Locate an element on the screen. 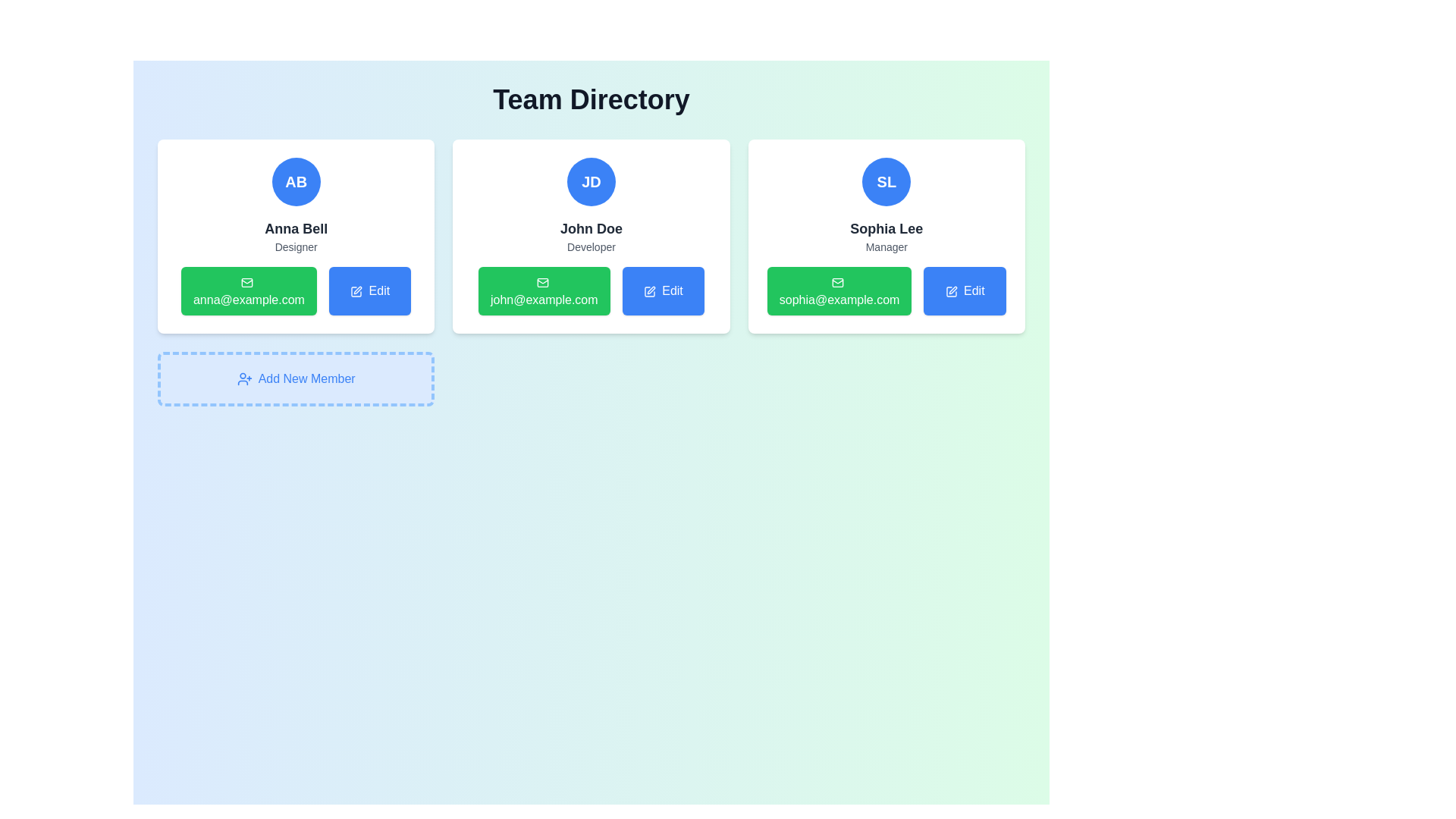 This screenshot has height=819, width=1456. the 'Edit' button with a blue background and white text, located in the profile card for 'Anna Bell' is located at coordinates (370, 291).